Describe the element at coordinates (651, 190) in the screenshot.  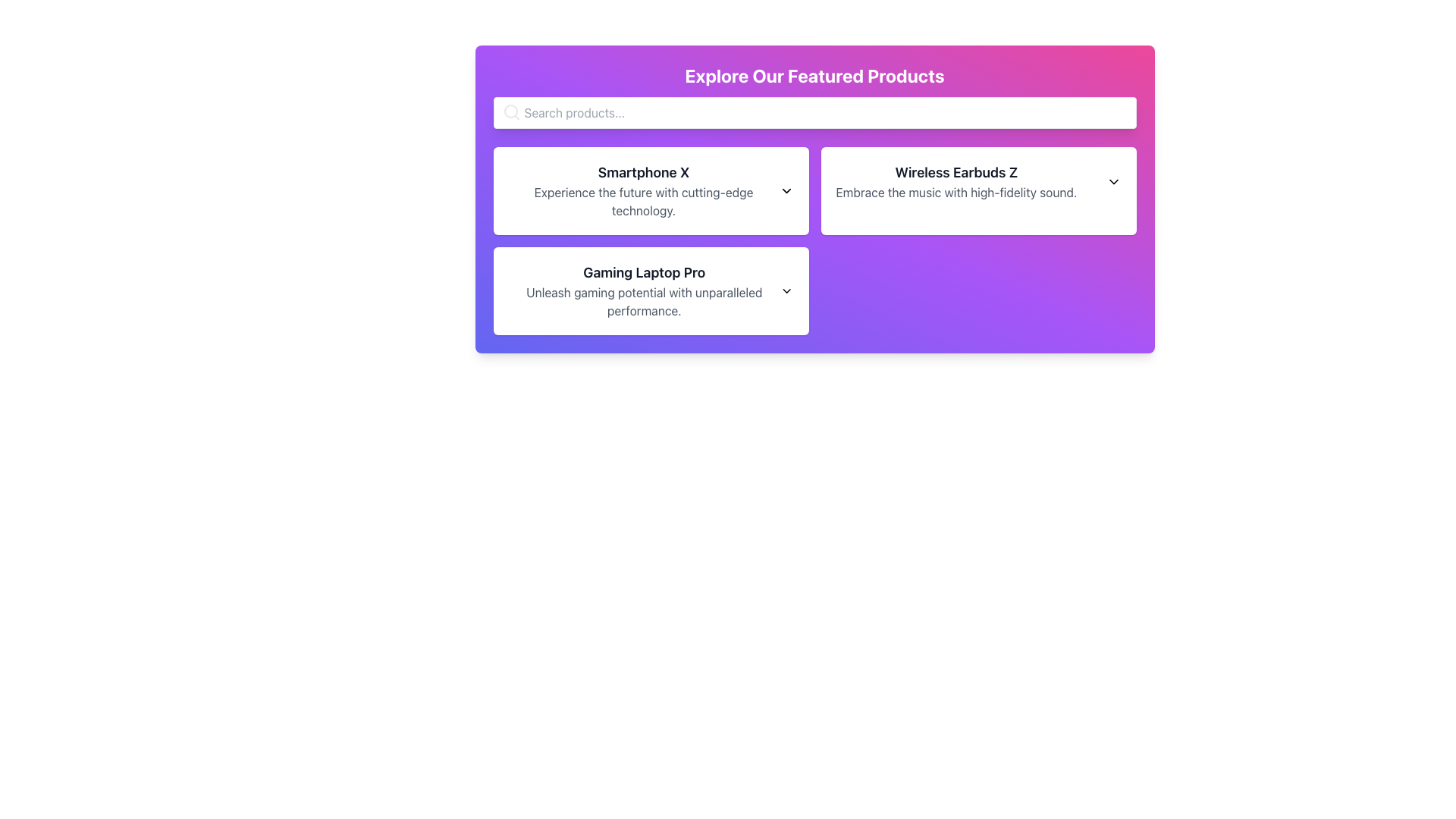
I see `the text description element titled 'Smartphone X' which features a subtitle 'Experience the future with cutting-edge technology', located in the left column of the layout under 'Explore Our Featured Products'` at that location.